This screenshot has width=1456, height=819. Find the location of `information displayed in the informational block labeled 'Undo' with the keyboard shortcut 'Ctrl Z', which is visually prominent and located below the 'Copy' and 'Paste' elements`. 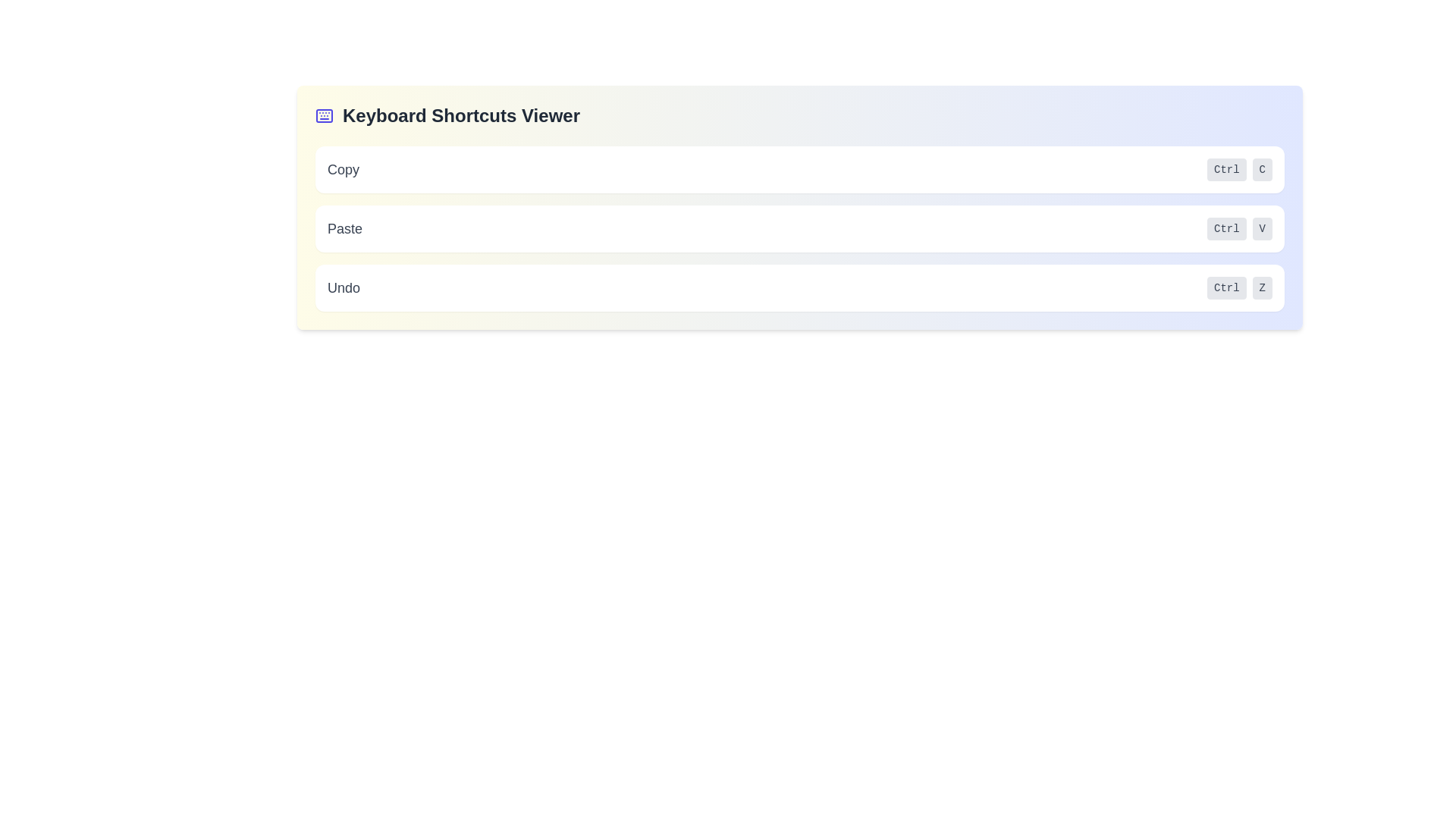

information displayed in the informational block labeled 'Undo' with the keyboard shortcut 'Ctrl Z', which is visually prominent and located below the 'Copy' and 'Paste' elements is located at coordinates (799, 288).